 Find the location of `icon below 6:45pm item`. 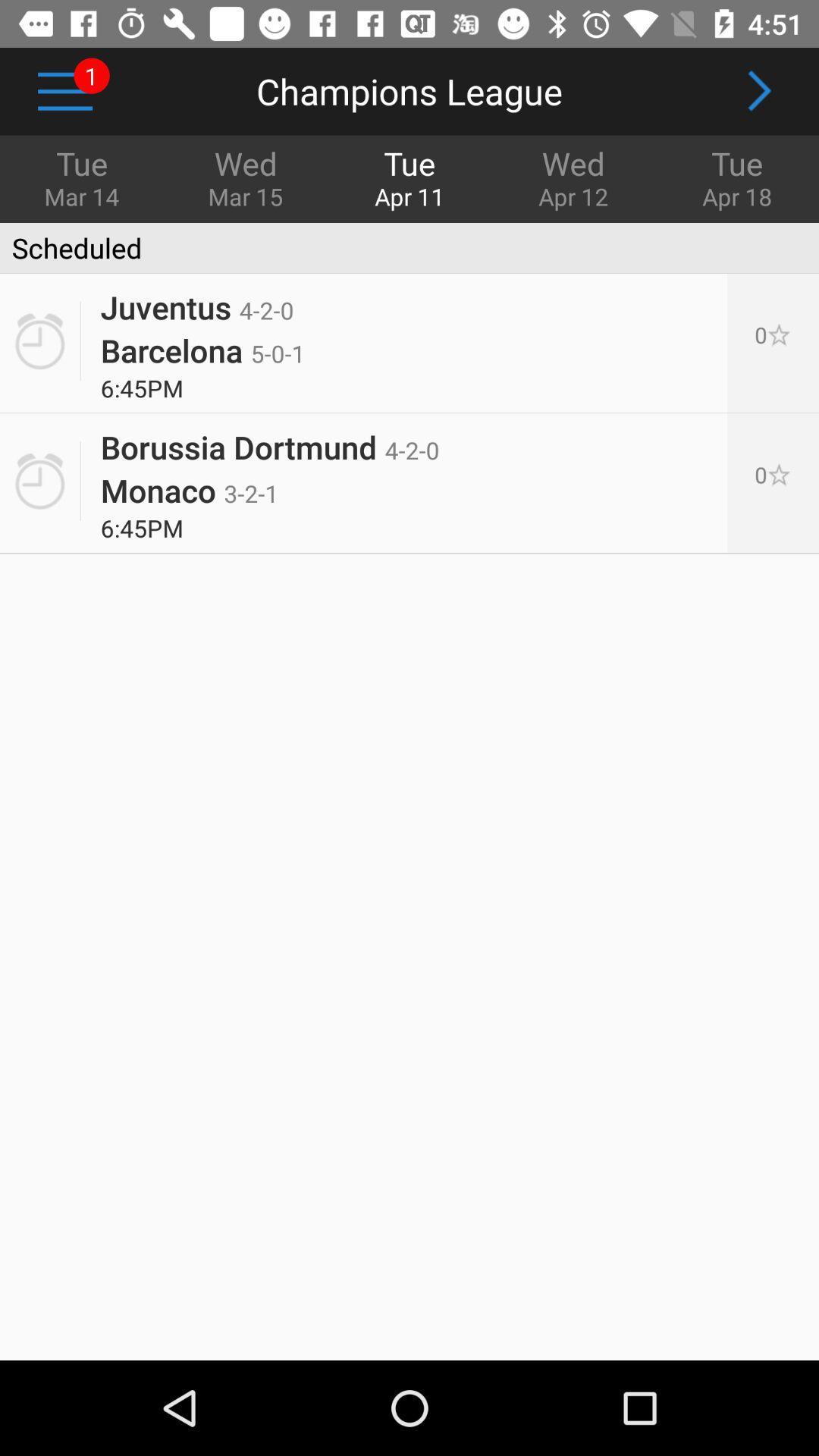

icon below 6:45pm item is located at coordinates (269, 440).